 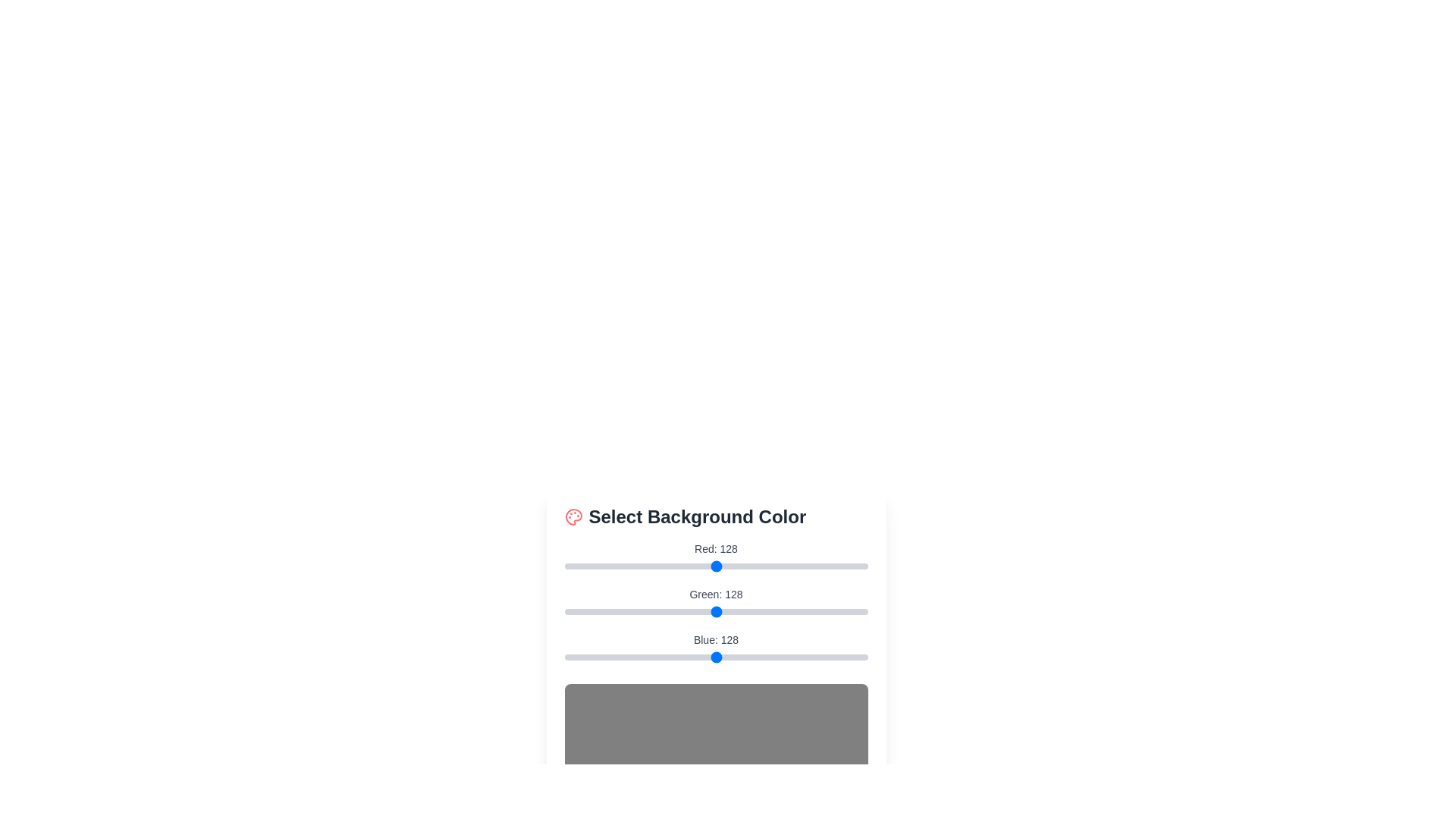 I want to click on the green color slider to set the green component to 60, so click(x=635, y=610).